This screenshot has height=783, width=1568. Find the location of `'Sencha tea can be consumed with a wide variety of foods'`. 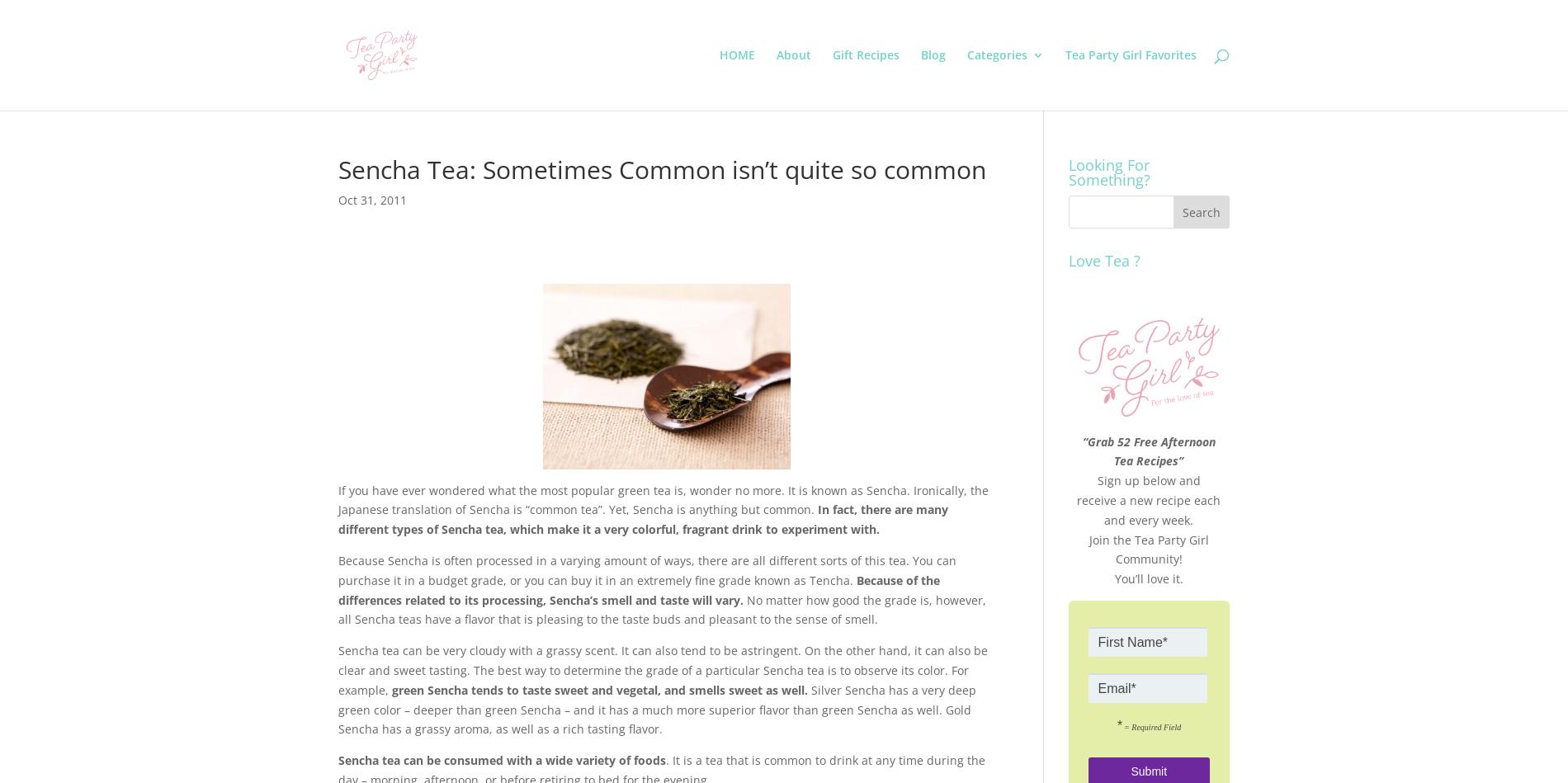

'Sencha tea can be consumed with a wide variety of foods' is located at coordinates (338, 759).